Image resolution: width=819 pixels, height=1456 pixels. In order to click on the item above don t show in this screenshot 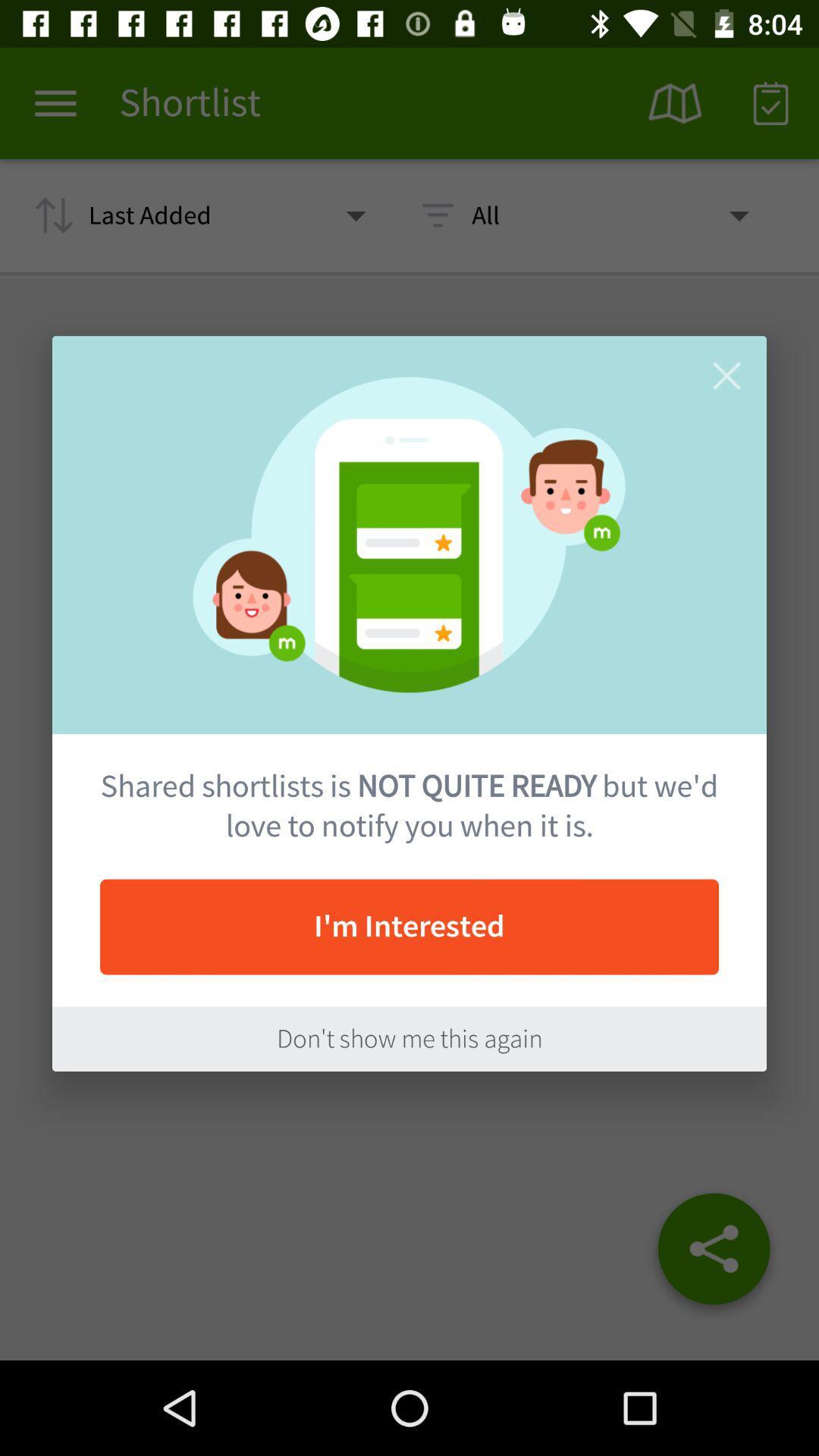, I will do `click(409, 926)`.